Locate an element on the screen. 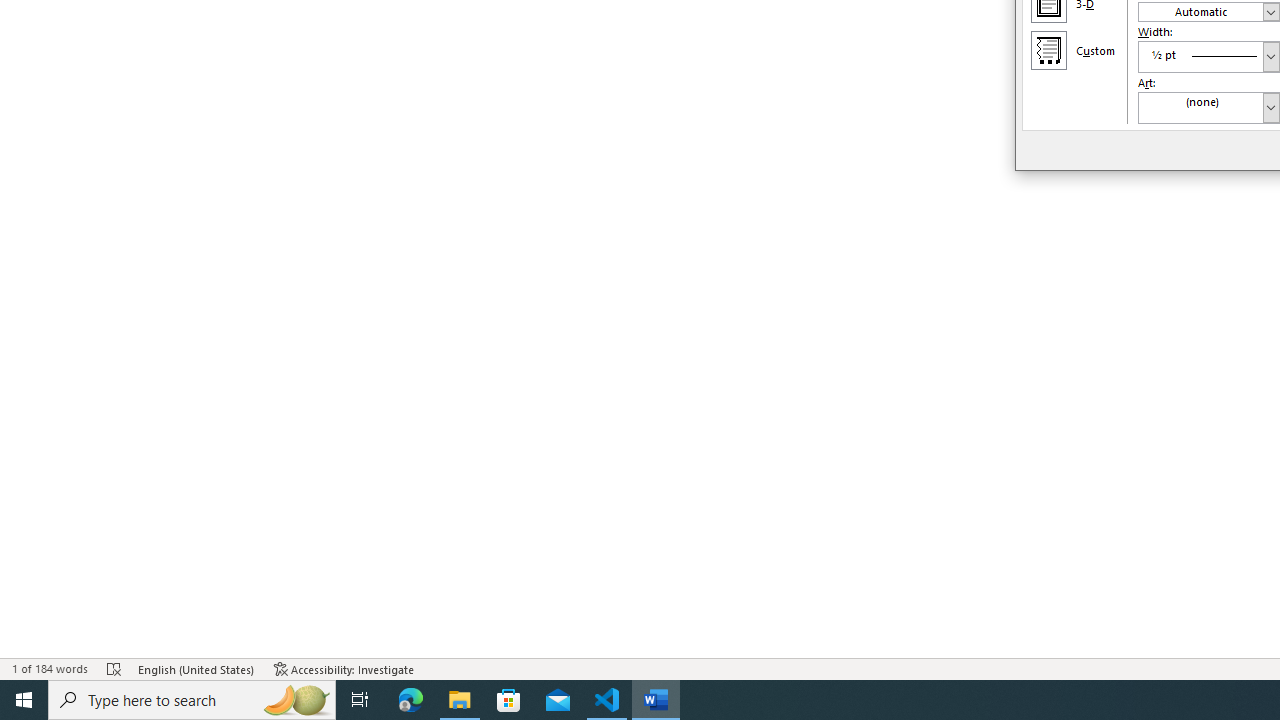 The image size is (1280, 720). 'File Explorer - 1 running window' is located at coordinates (459, 698).